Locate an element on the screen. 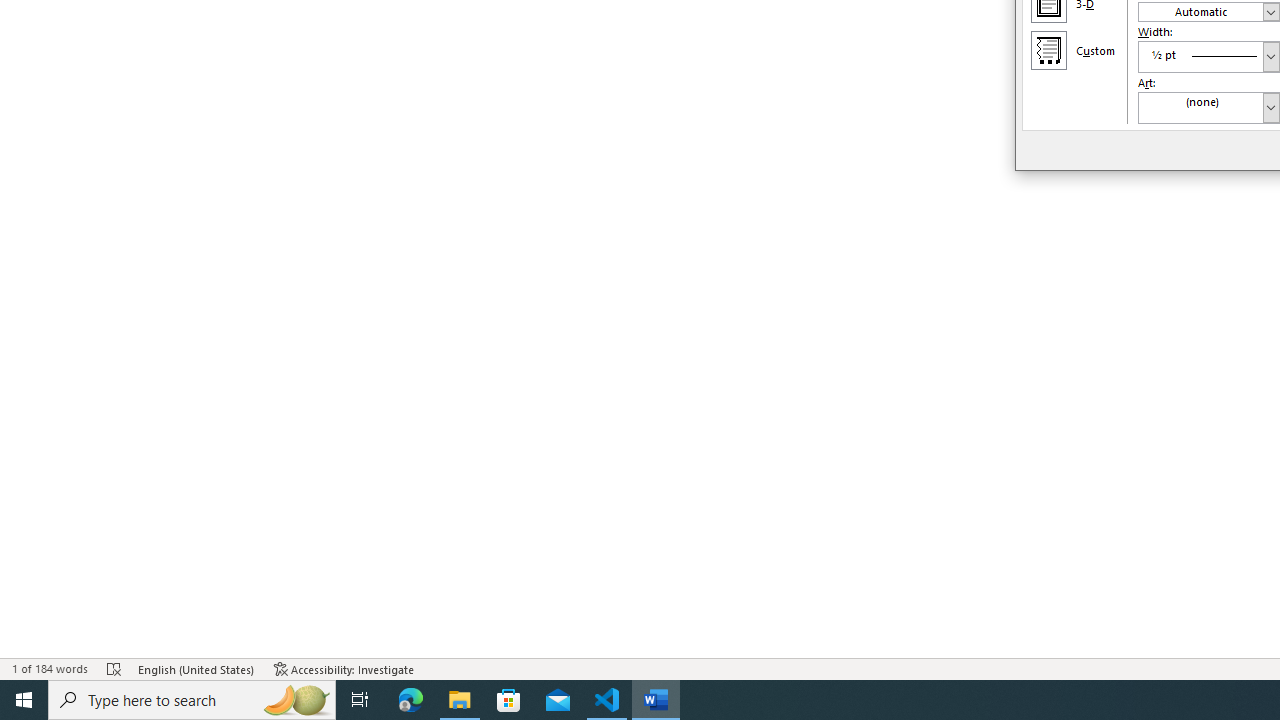 The image size is (1280, 720). 'File Explorer - 1 running window' is located at coordinates (459, 698).